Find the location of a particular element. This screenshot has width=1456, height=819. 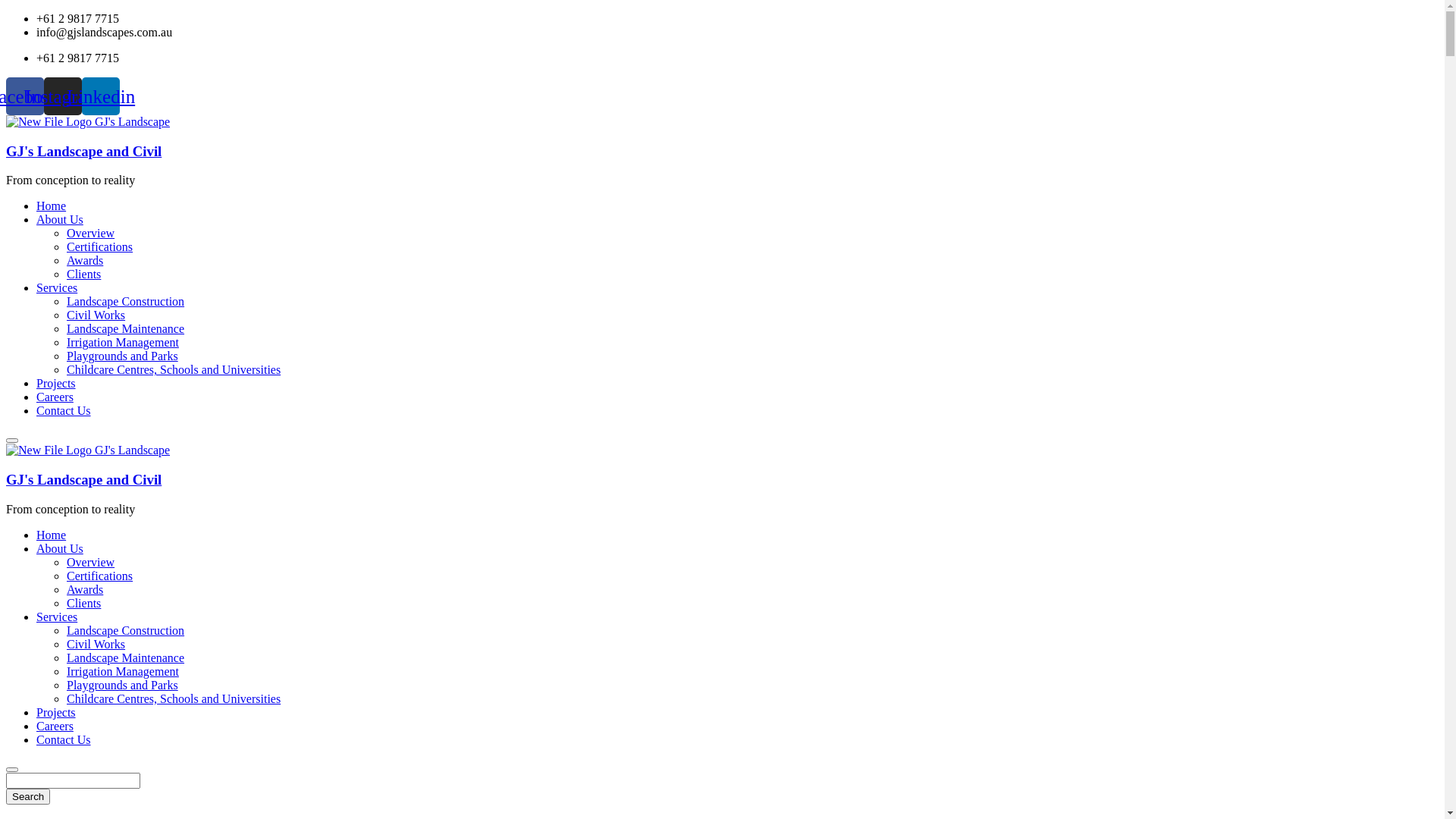

'Overview' is located at coordinates (89, 562).